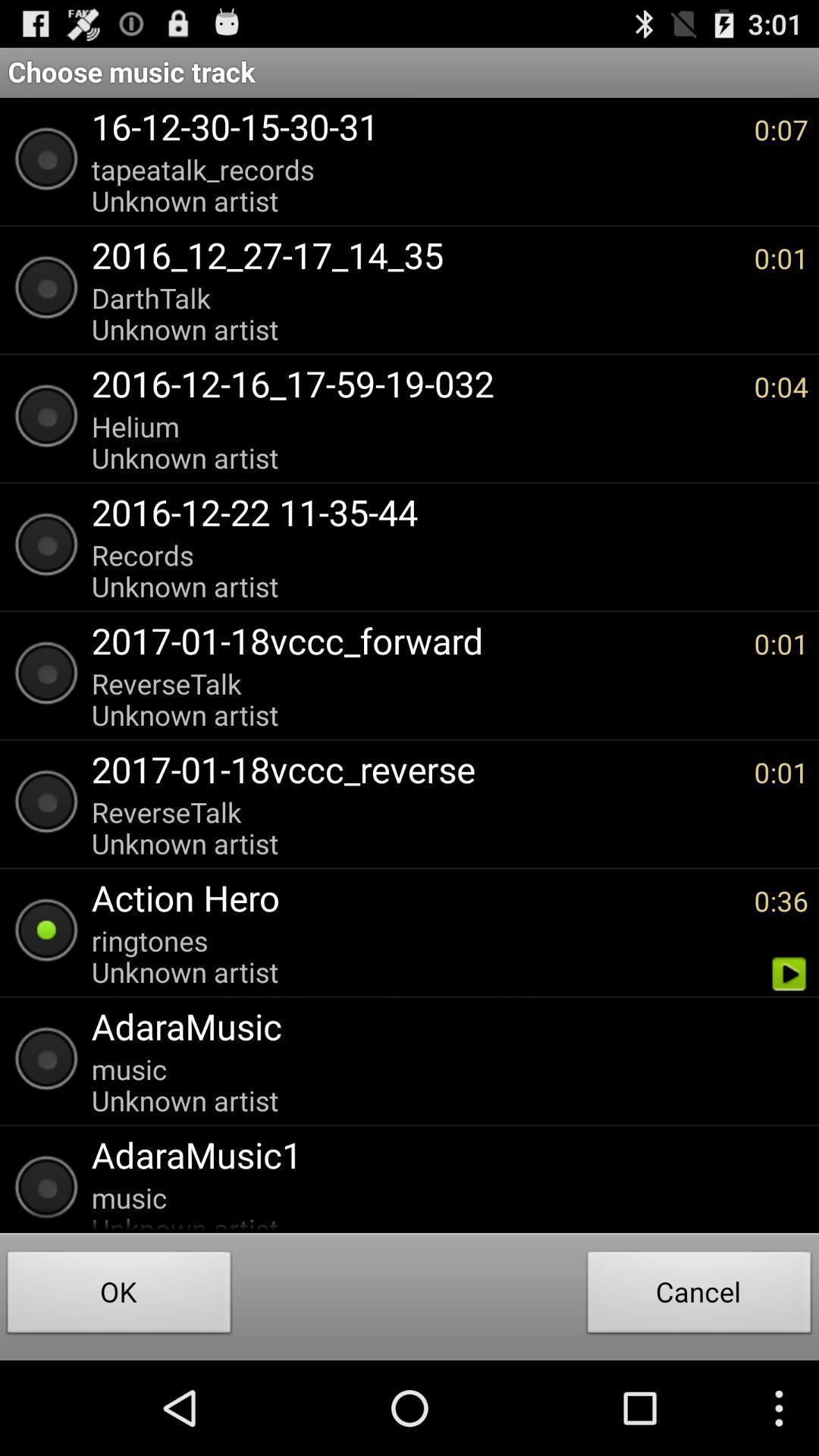  I want to click on cancel item, so click(699, 1295).